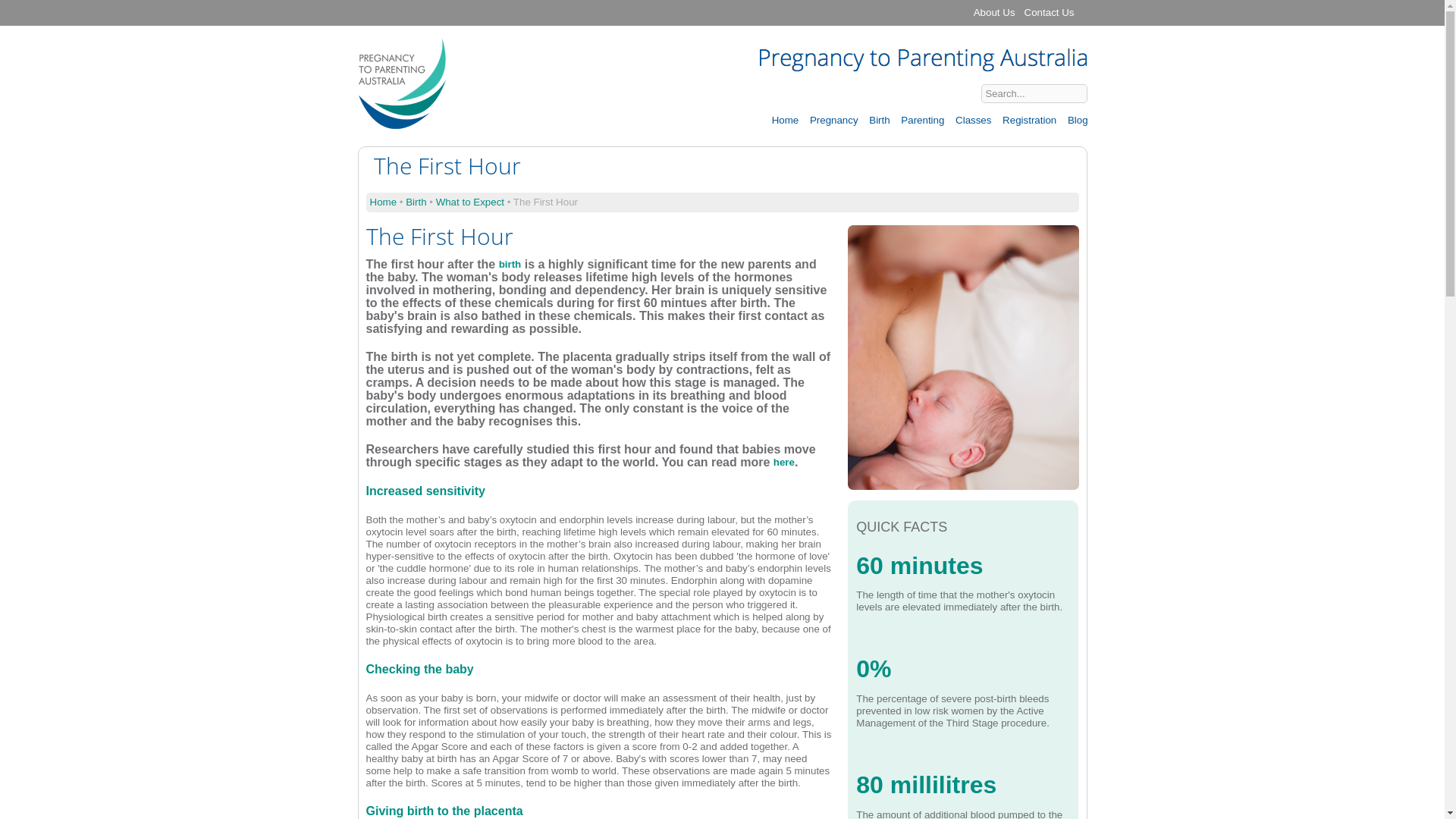 This screenshot has height=819, width=1456. What do you see at coordinates (1111, 93) in the screenshot?
I see `'Search'` at bounding box center [1111, 93].